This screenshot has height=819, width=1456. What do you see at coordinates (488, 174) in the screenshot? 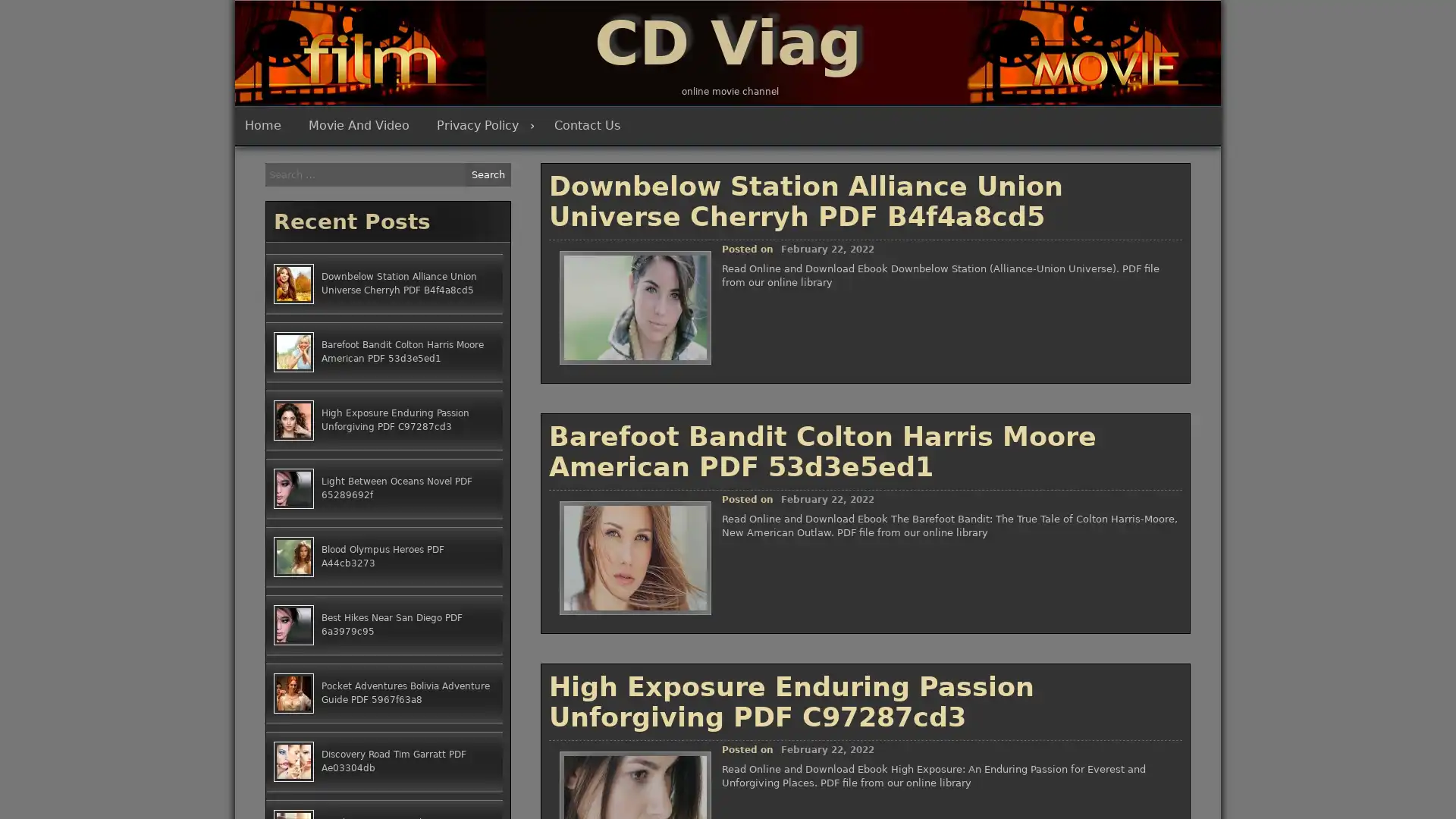
I see `Search` at bounding box center [488, 174].